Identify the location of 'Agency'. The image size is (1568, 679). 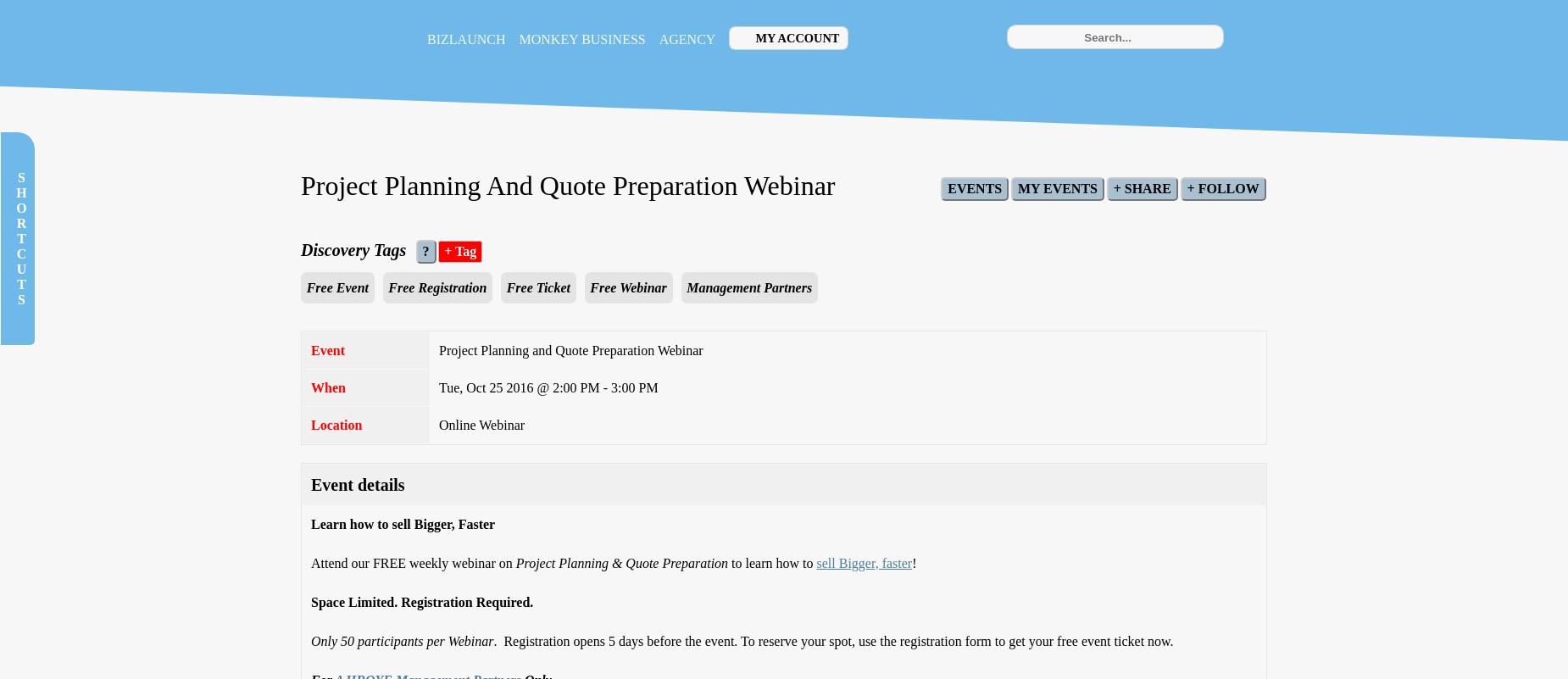
(659, 38).